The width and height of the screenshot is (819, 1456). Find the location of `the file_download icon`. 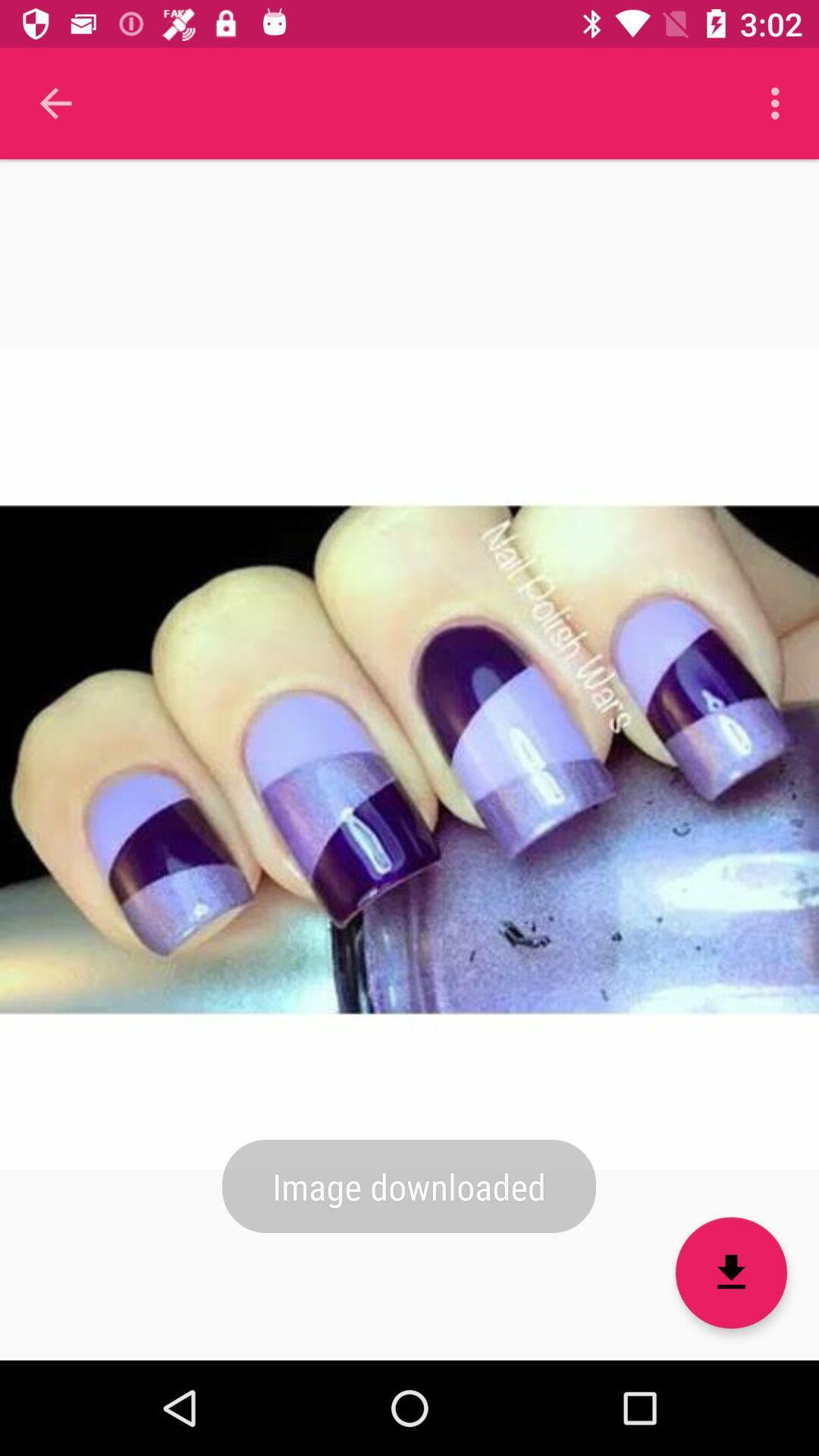

the file_download icon is located at coordinates (730, 1272).